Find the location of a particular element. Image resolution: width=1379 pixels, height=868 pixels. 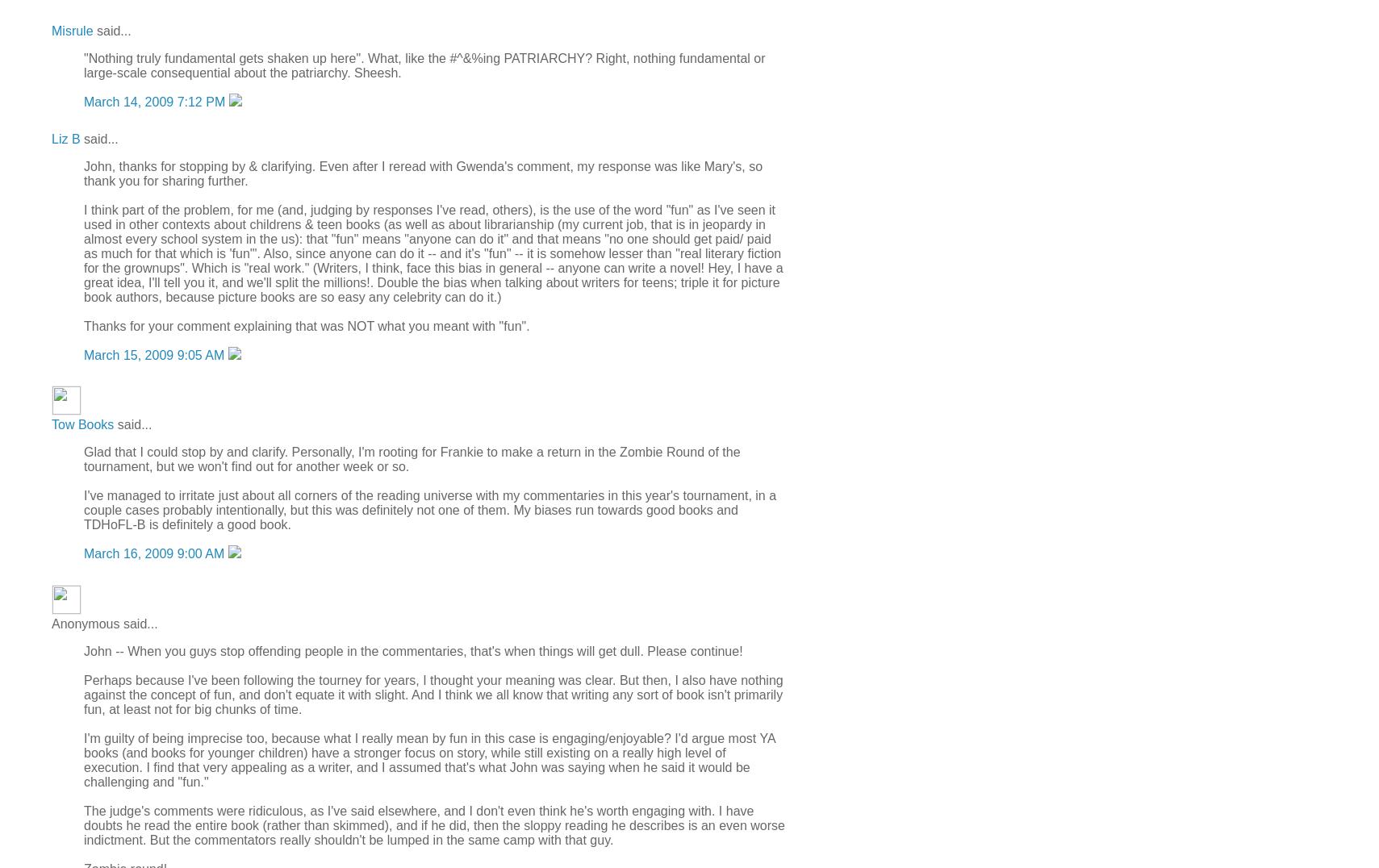

'Thanks for your comment explaining that was NOT what you meant with "fun".' is located at coordinates (306, 326).